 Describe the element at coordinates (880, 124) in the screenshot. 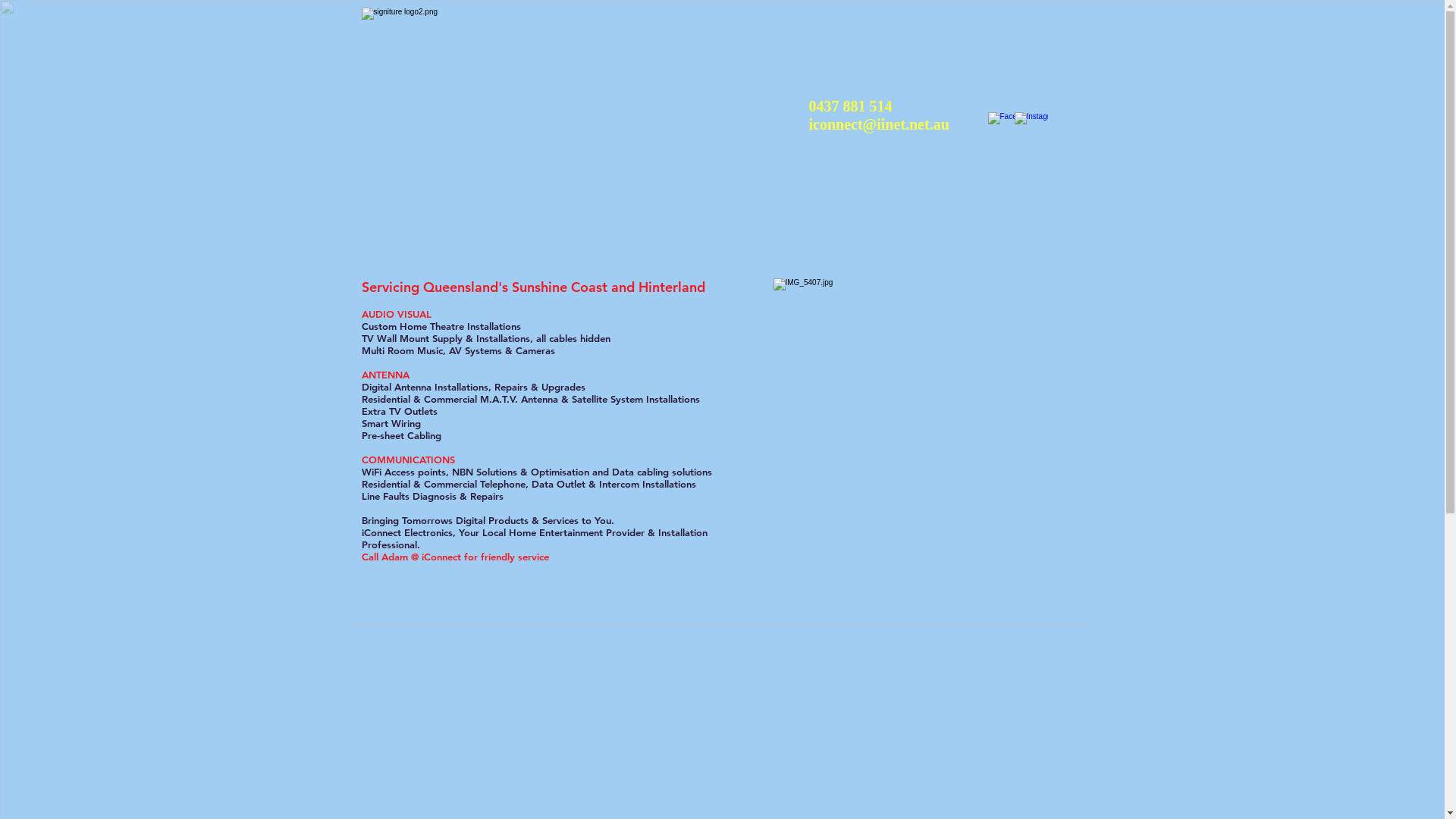

I see `'iconnect@iinet.net.au '` at that location.